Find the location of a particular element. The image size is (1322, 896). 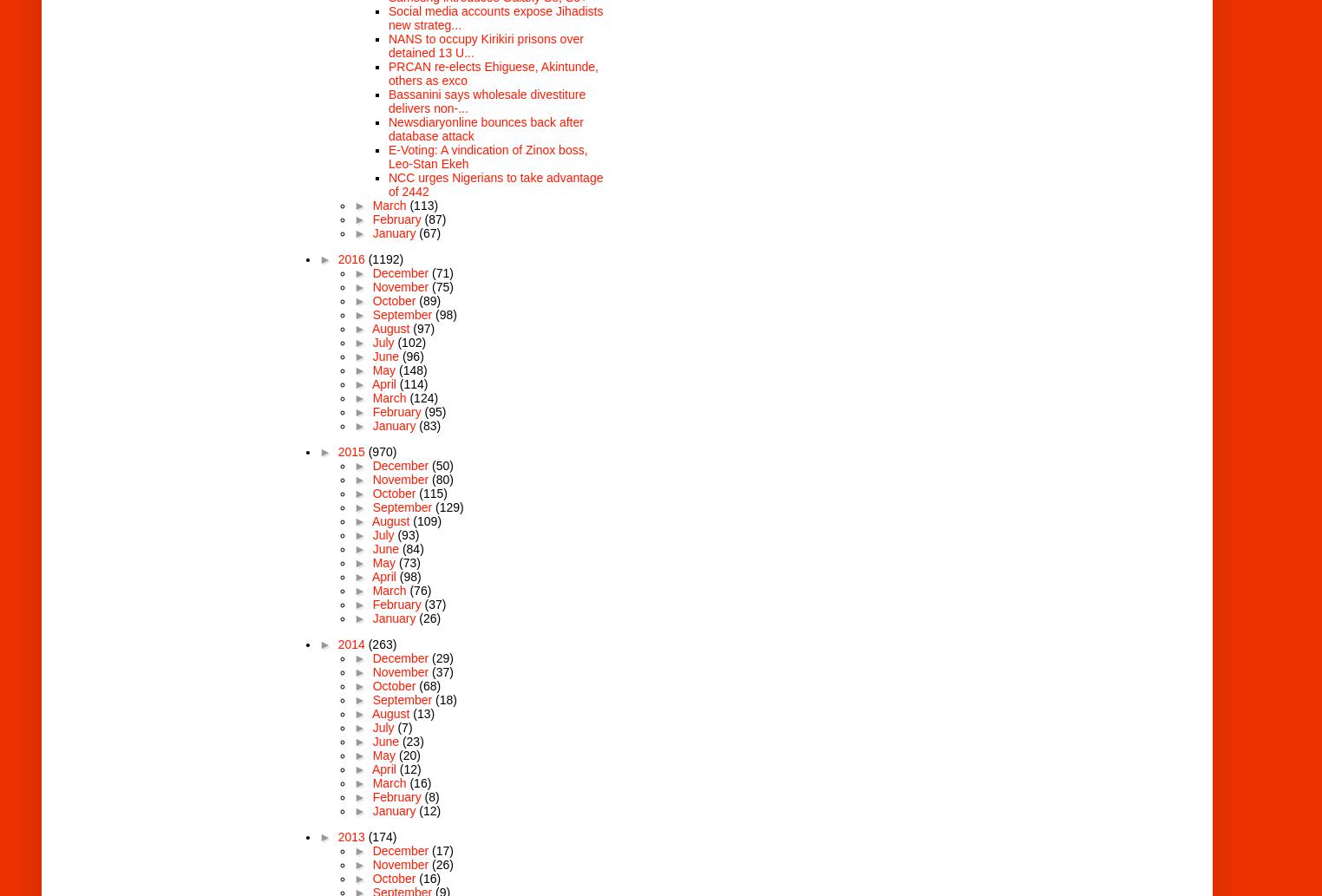

'(89)' is located at coordinates (429, 299).